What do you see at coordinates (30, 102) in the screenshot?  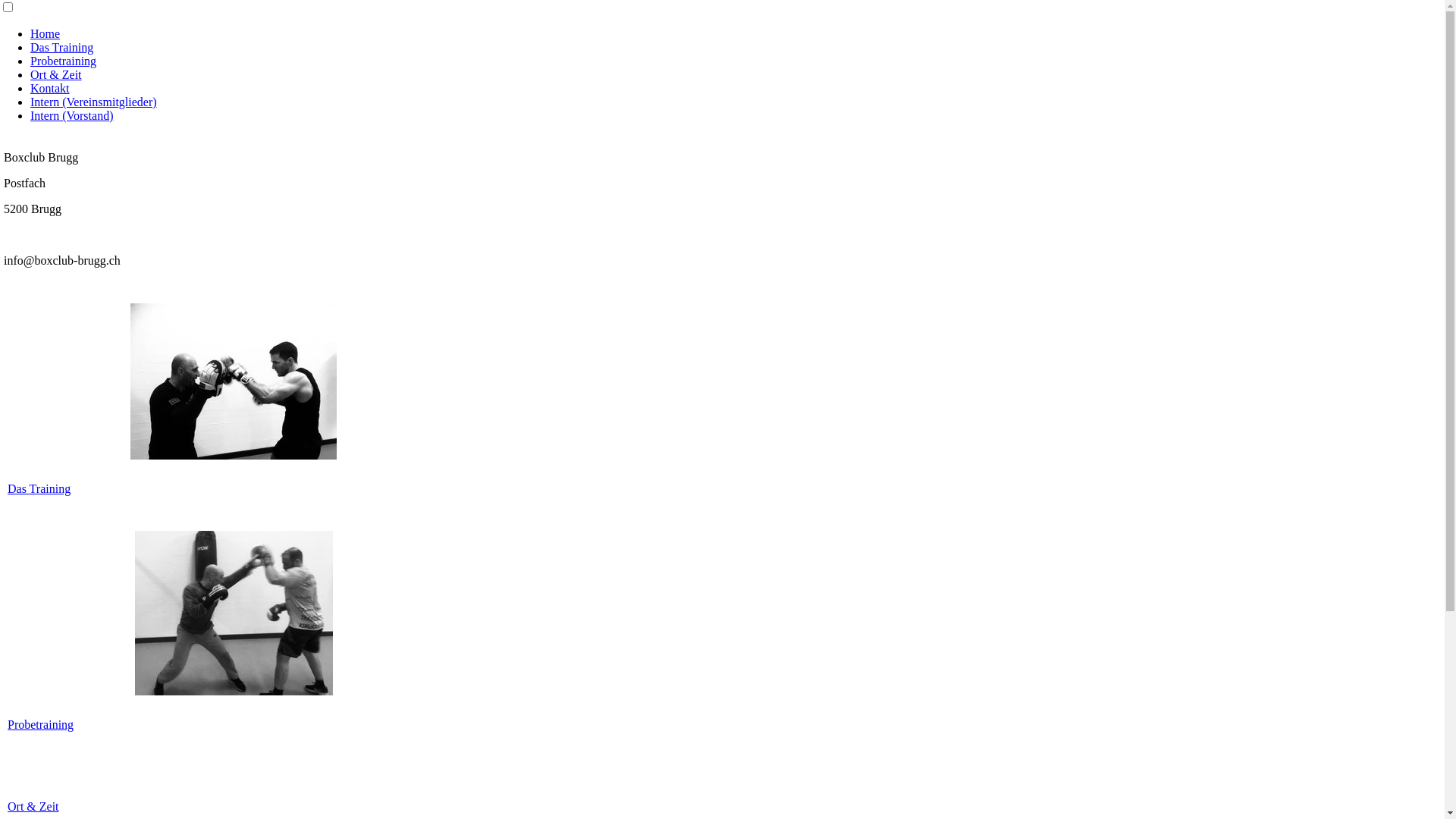 I see `'Intern (Vereinsmitglieder)'` at bounding box center [30, 102].